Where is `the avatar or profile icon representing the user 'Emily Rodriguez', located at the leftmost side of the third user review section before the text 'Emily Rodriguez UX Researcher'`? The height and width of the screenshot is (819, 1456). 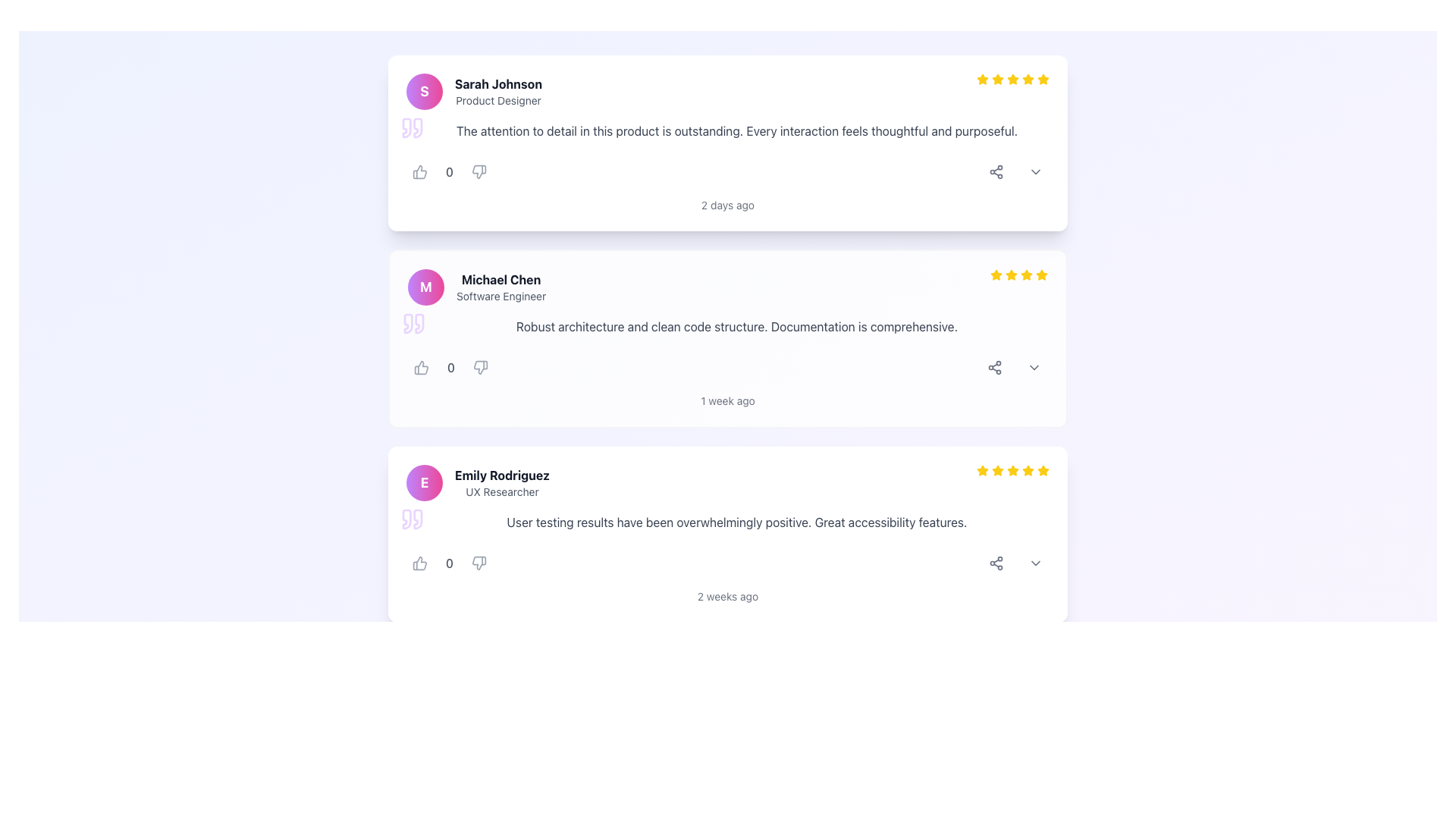 the avatar or profile icon representing the user 'Emily Rodriguez', located at the leftmost side of the third user review section before the text 'Emily Rodriguez UX Researcher' is located at coordinates (425, 482).